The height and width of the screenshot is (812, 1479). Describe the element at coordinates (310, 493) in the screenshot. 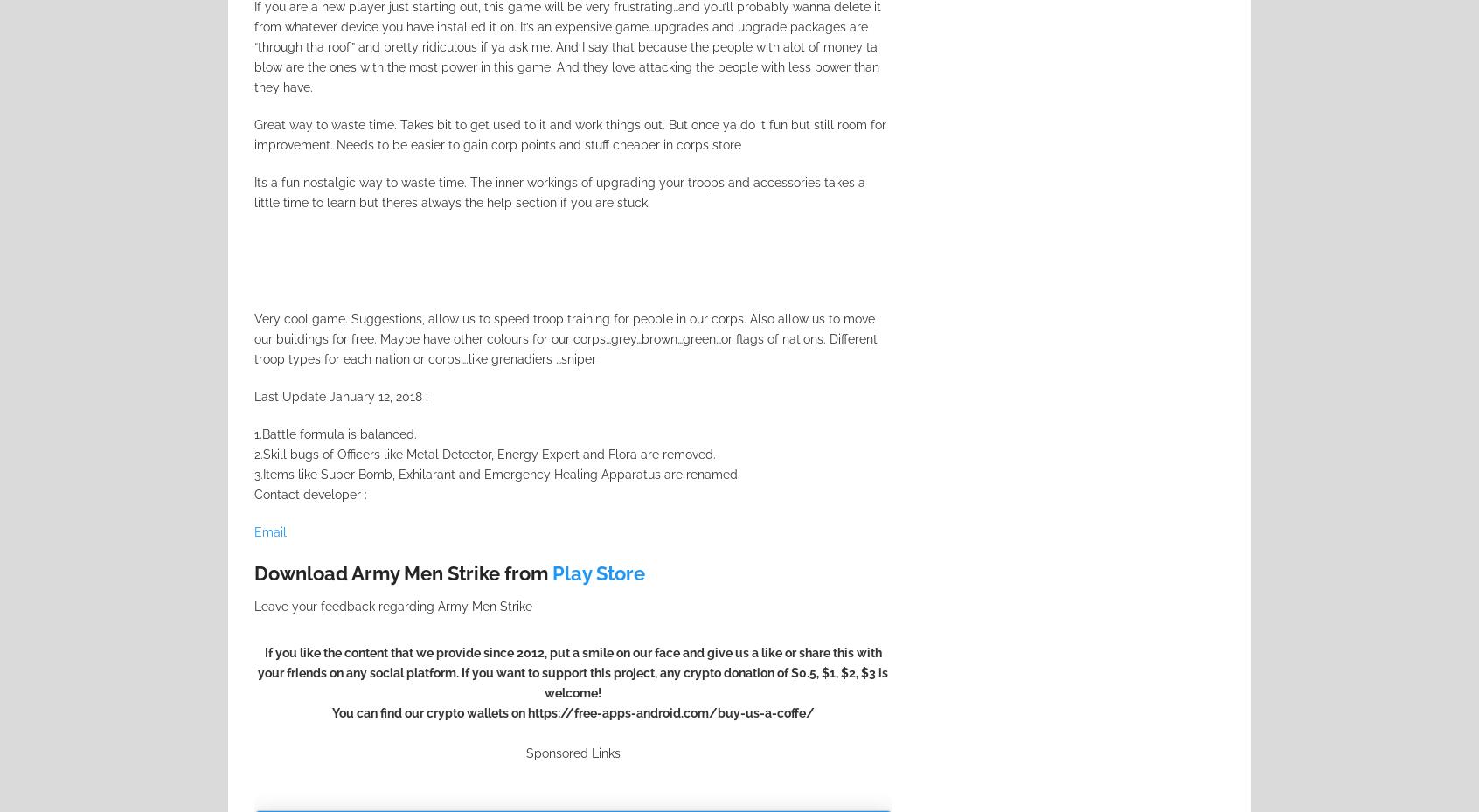

I see `'Contact developer :'` at that location.